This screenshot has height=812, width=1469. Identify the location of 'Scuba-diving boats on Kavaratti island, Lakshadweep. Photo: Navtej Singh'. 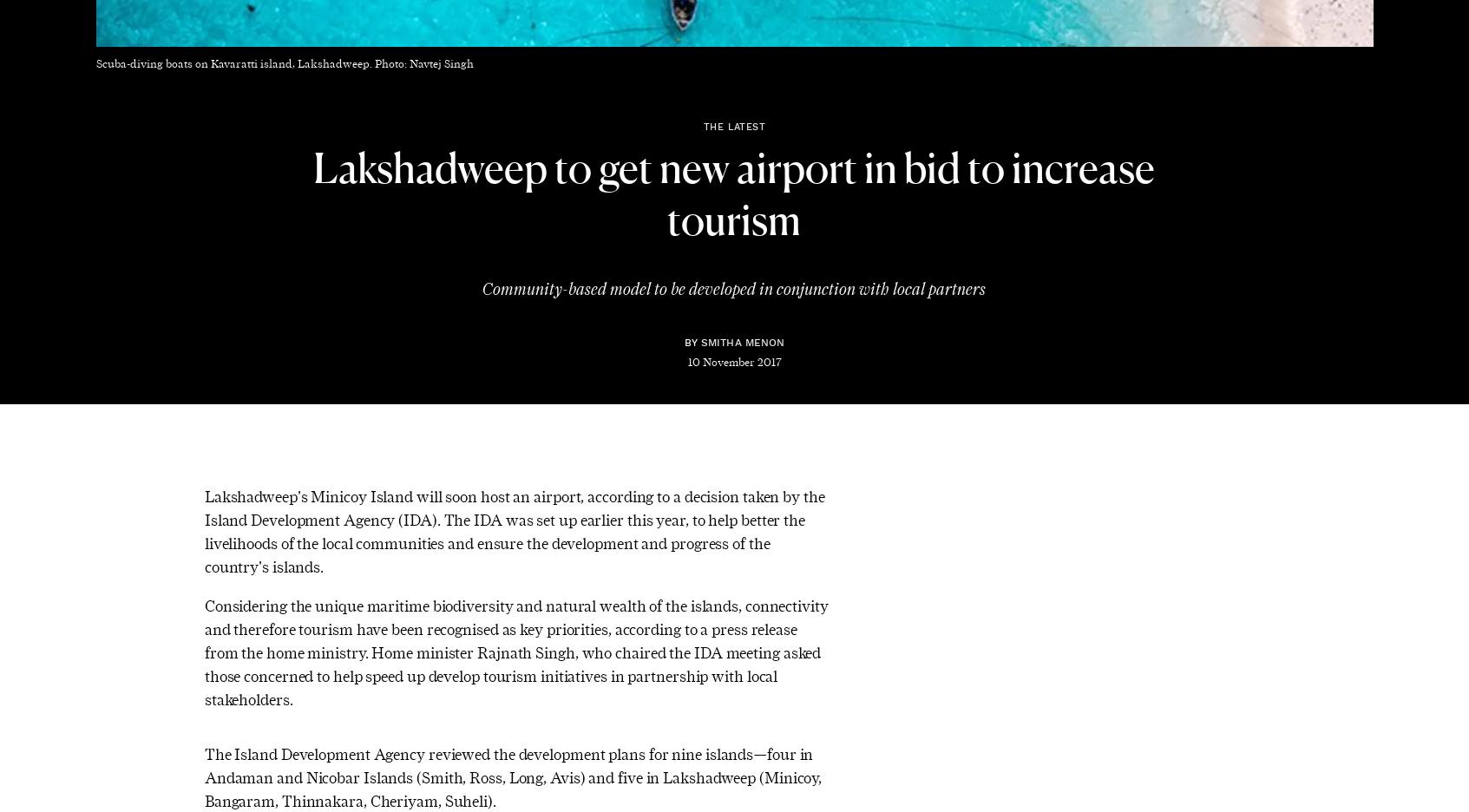
(284, 63).